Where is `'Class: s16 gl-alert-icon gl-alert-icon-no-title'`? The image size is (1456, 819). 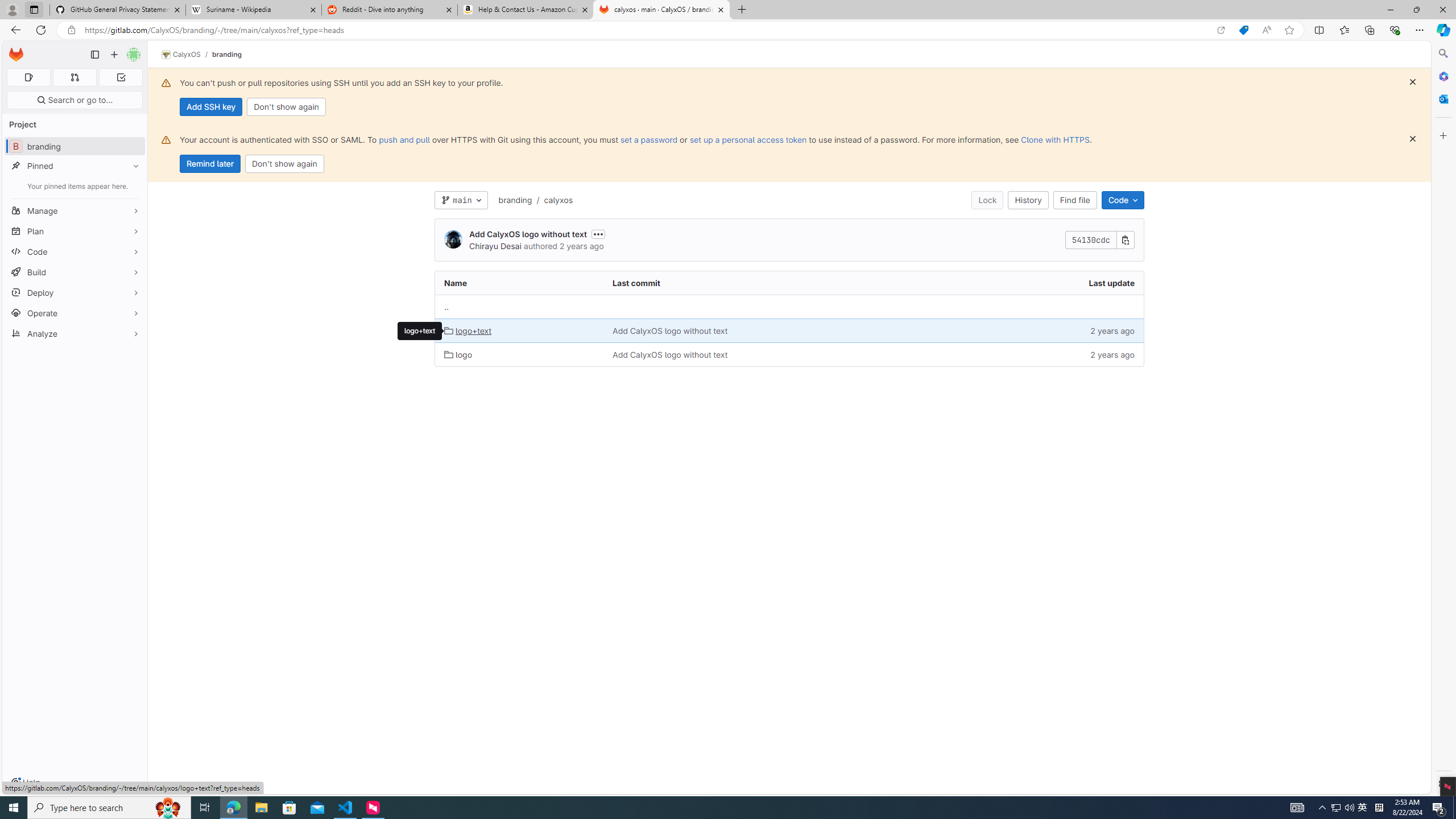
'Class: s16 gl-alert-icon gl-alert-icon-no-title' is located at coordinates (165, 139).